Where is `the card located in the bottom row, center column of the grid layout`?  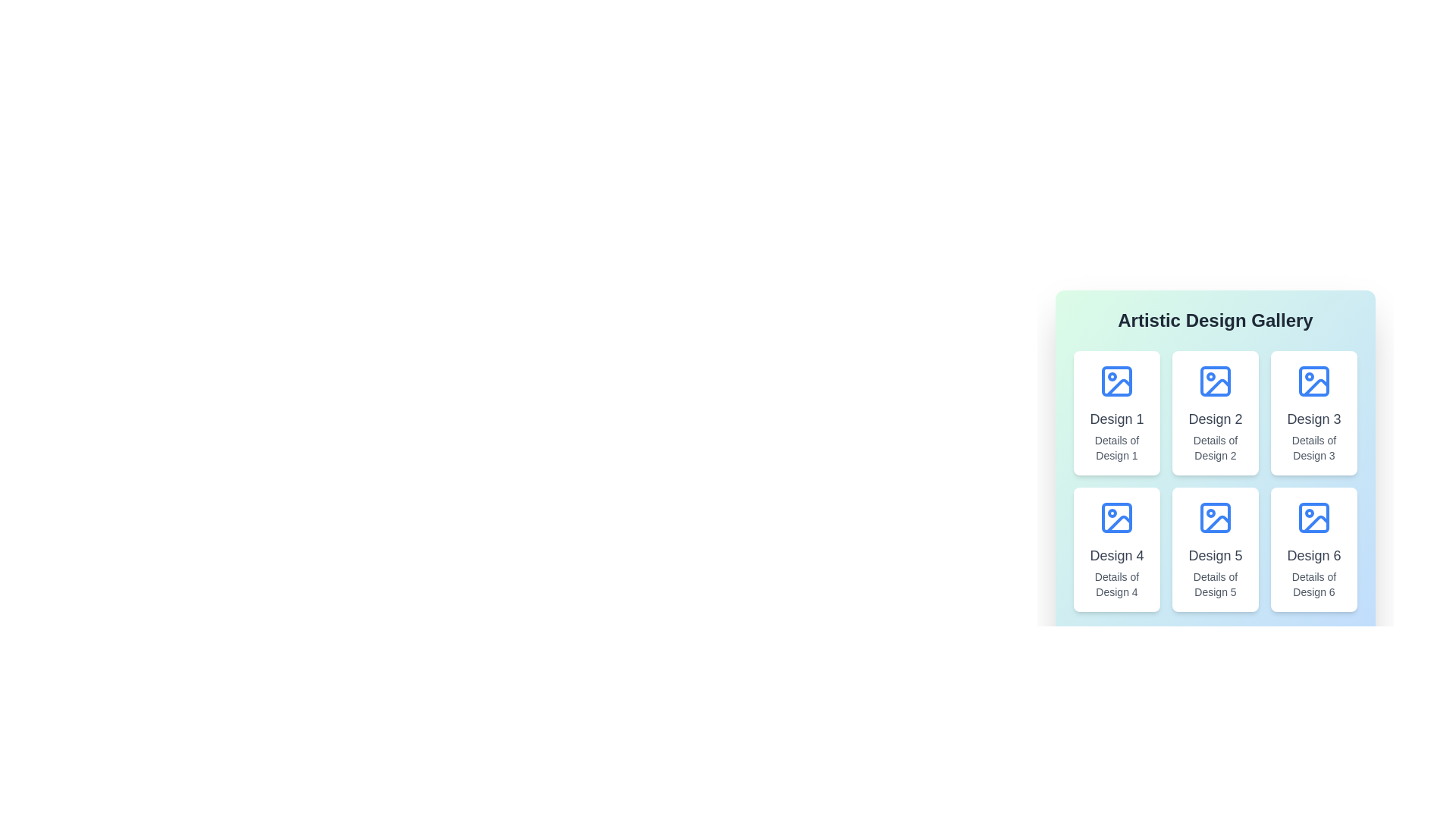
the card located in the bottom row, center column of the grid layout is located at coordinates (1216, 550).